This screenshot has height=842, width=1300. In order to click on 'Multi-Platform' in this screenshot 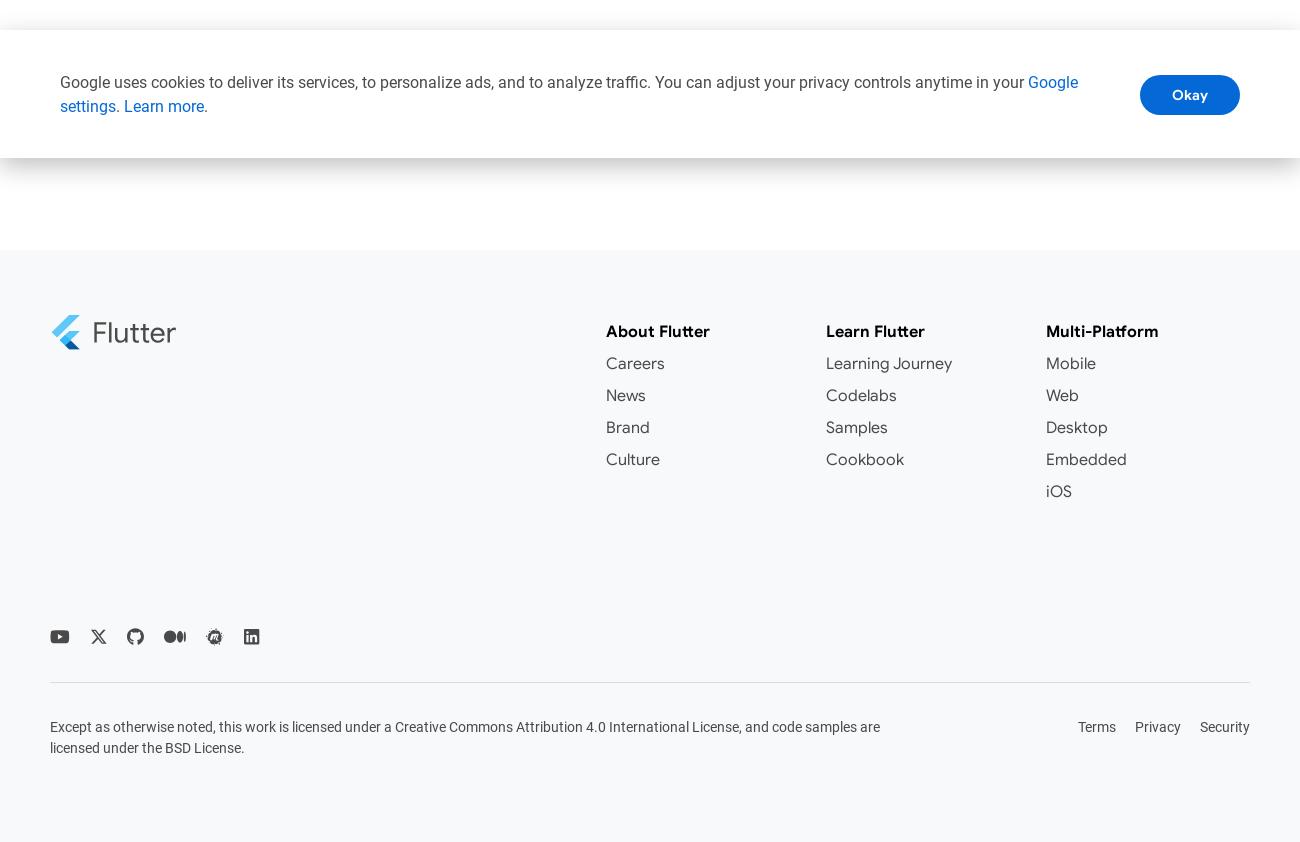, I will do `click(1101, 330)`.